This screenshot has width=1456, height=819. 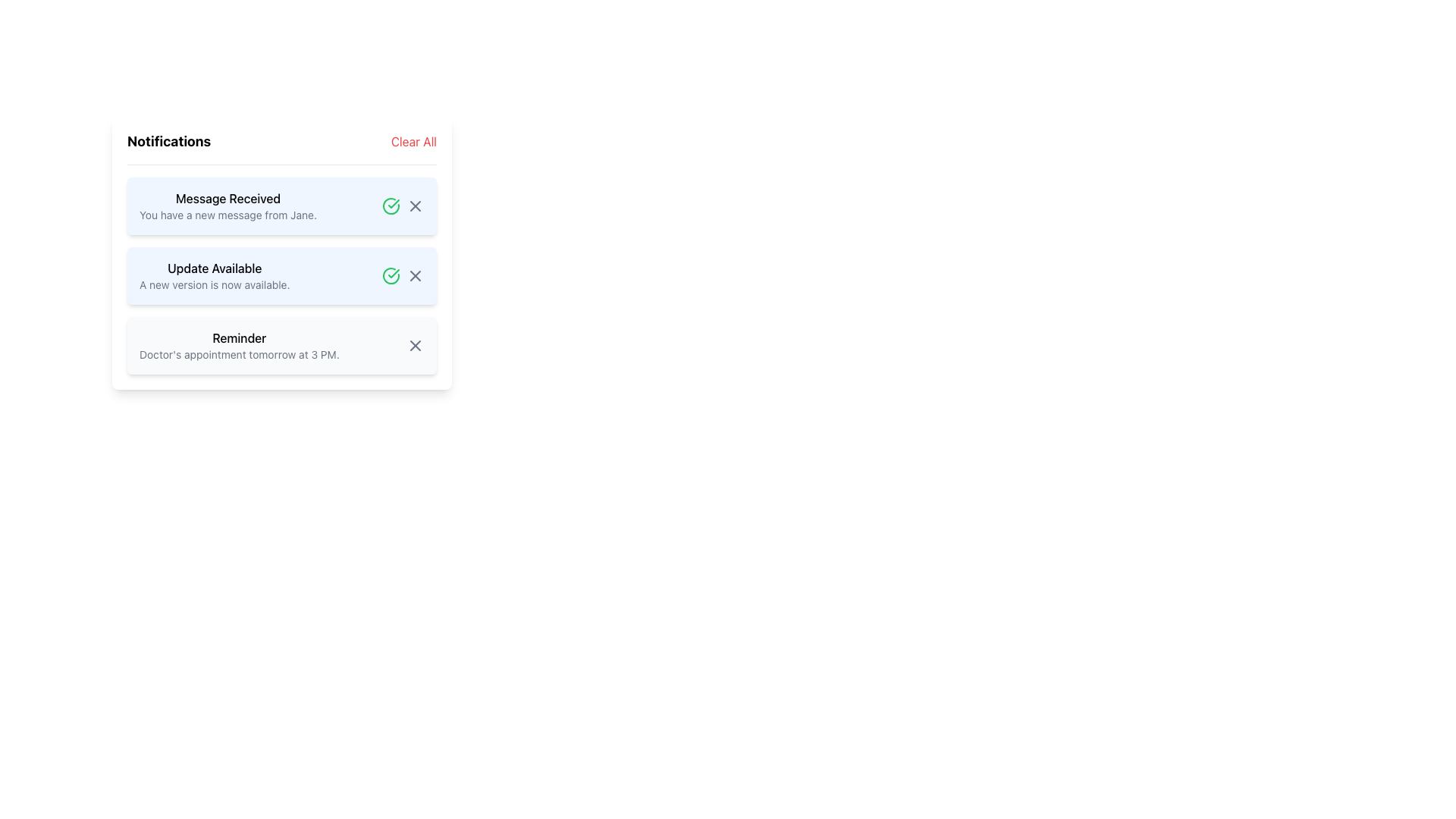 What do you see at coordinates (415, 345) in the screenshot?
I see `the dismiss button on the rightmost side of the notification card titled 'Reminder'` at bounding box center [415, 345].